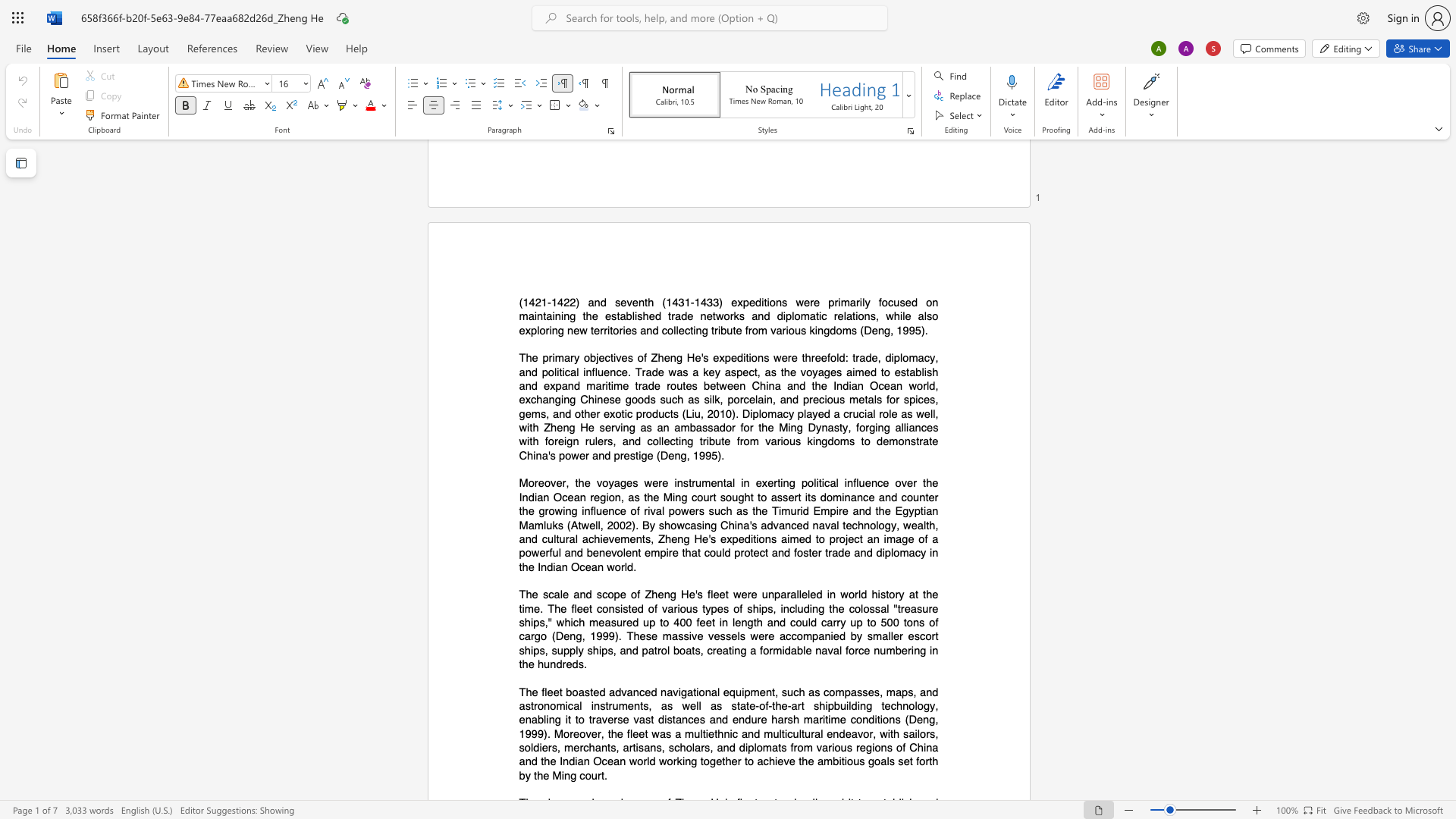 The width and height of the screenshot is (1456, 819). What do you see at coordinates (808, 553) in the screenshot?
I see `the subset text "ter tr" within the text "China"` at bounding box center [808, 553].